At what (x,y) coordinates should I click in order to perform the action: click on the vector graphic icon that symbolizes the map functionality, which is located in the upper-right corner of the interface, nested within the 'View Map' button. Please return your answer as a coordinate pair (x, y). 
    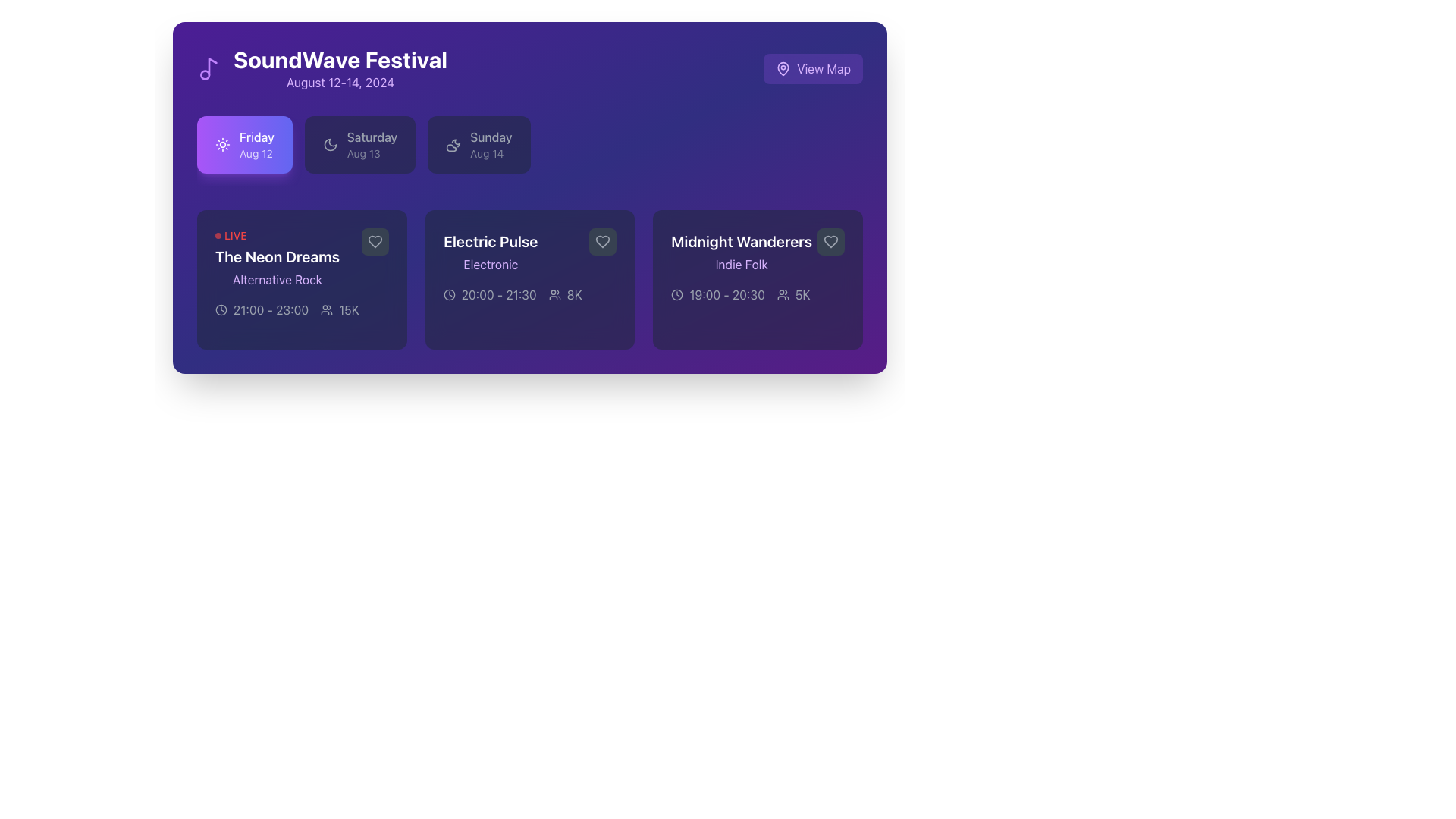
    Looking at the image, I should click on (783, 69).